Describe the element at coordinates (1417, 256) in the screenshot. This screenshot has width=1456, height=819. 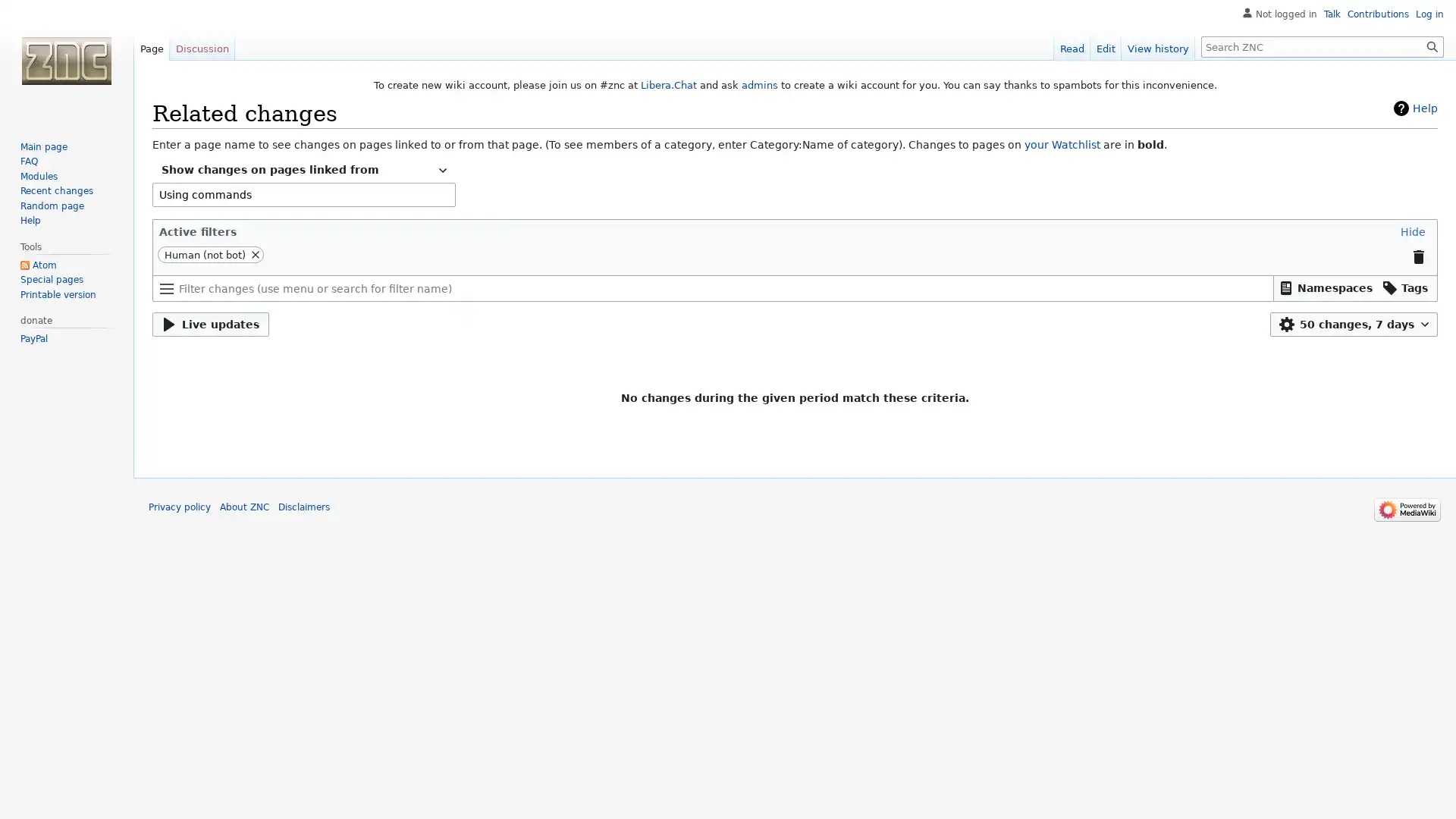
I see `Clear all filters` at that location.